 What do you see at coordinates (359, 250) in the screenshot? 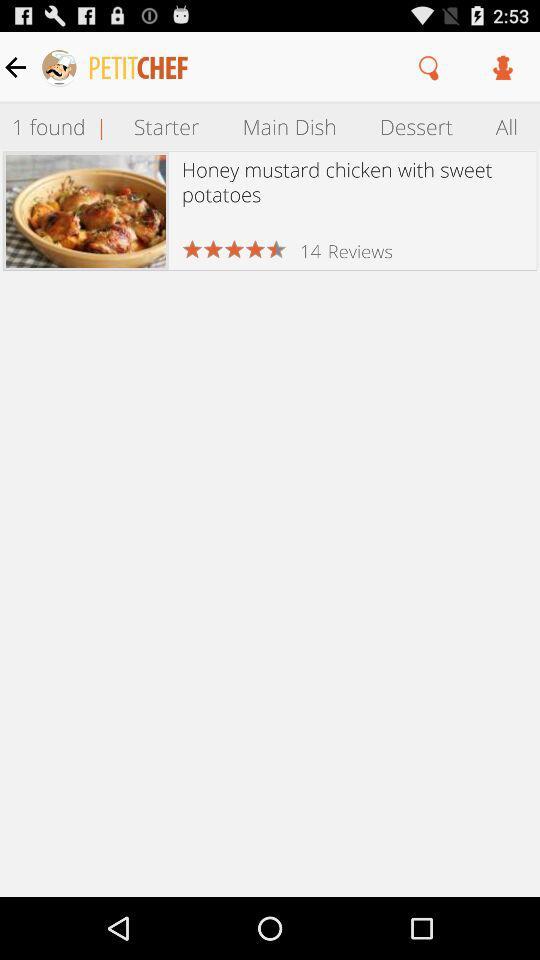
I see `the icon below the honey mustard chicken icon` at bounding box center [359, 250].